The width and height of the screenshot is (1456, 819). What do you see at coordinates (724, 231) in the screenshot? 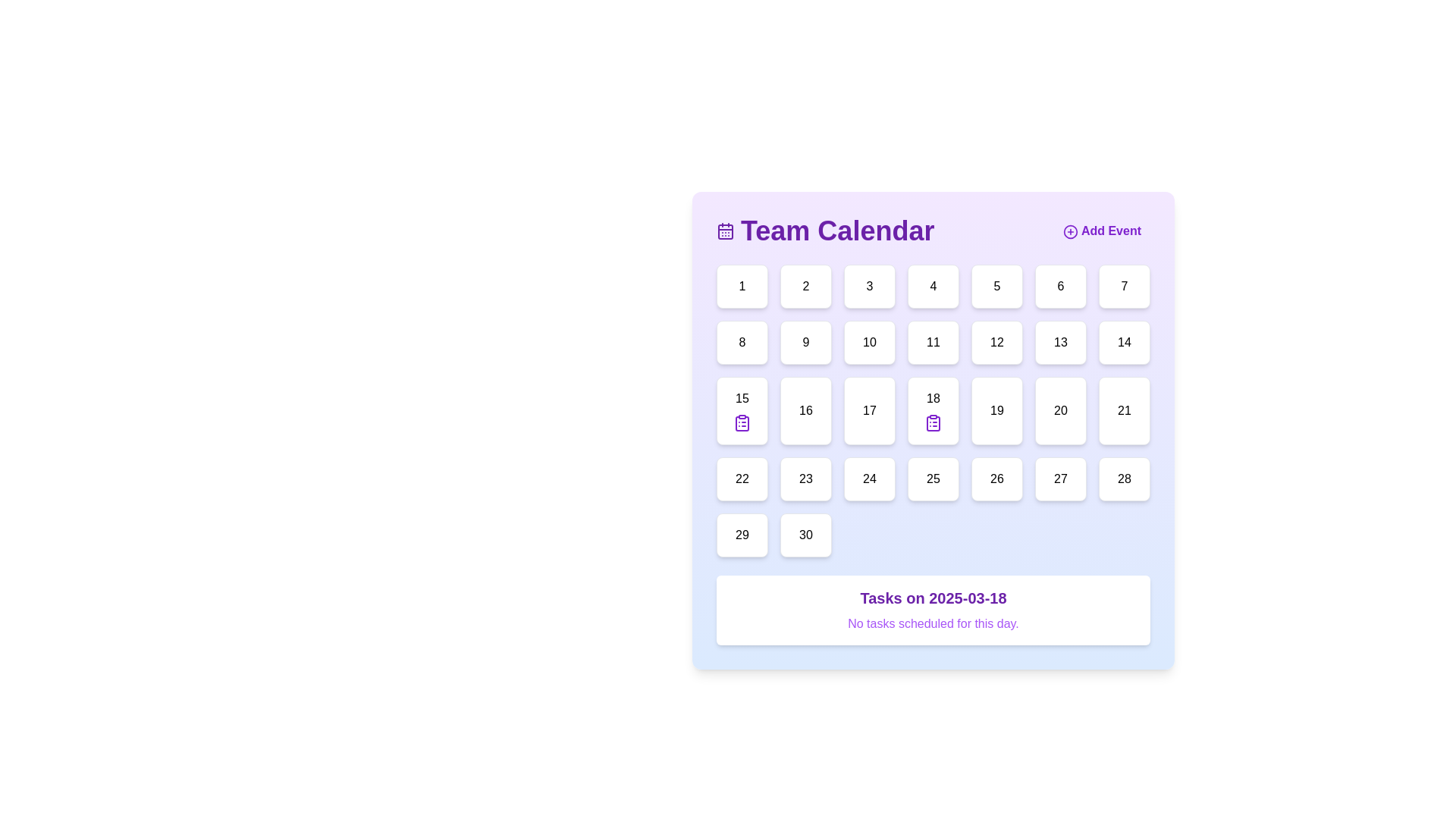
I see `the decorative or structural component of the calendar icon located to the left of the 'Team Calendar' heading` at bounding box center [724, 231].